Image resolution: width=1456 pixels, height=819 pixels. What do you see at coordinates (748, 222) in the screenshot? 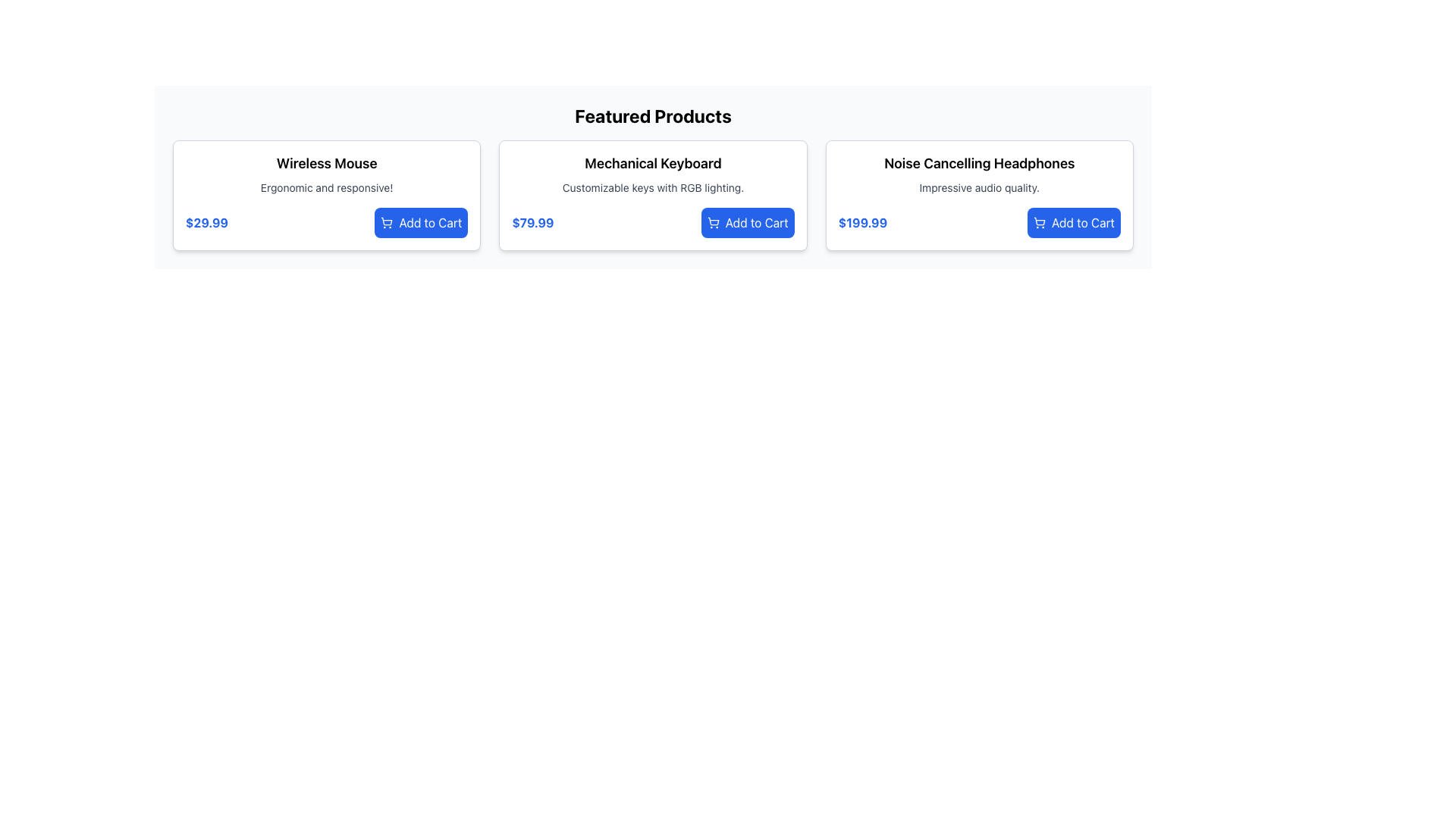
I see `the 'Add to Cart' button with a blue background and rounded corners located in the bottom right corner of the 'Mechanical Keyboard' product card` at bounding box center [748, 222].